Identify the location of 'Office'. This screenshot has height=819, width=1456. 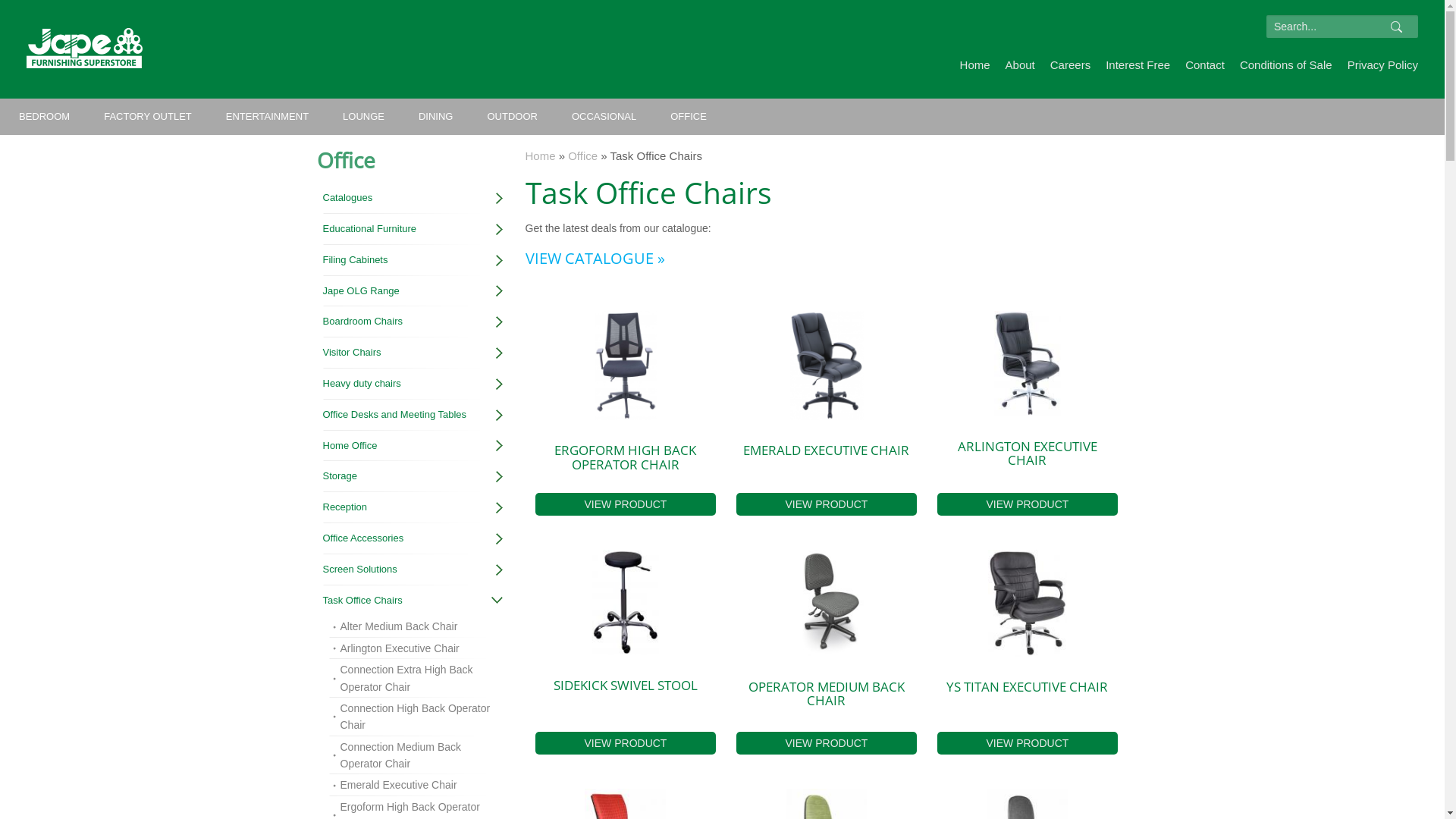
(582, 155).